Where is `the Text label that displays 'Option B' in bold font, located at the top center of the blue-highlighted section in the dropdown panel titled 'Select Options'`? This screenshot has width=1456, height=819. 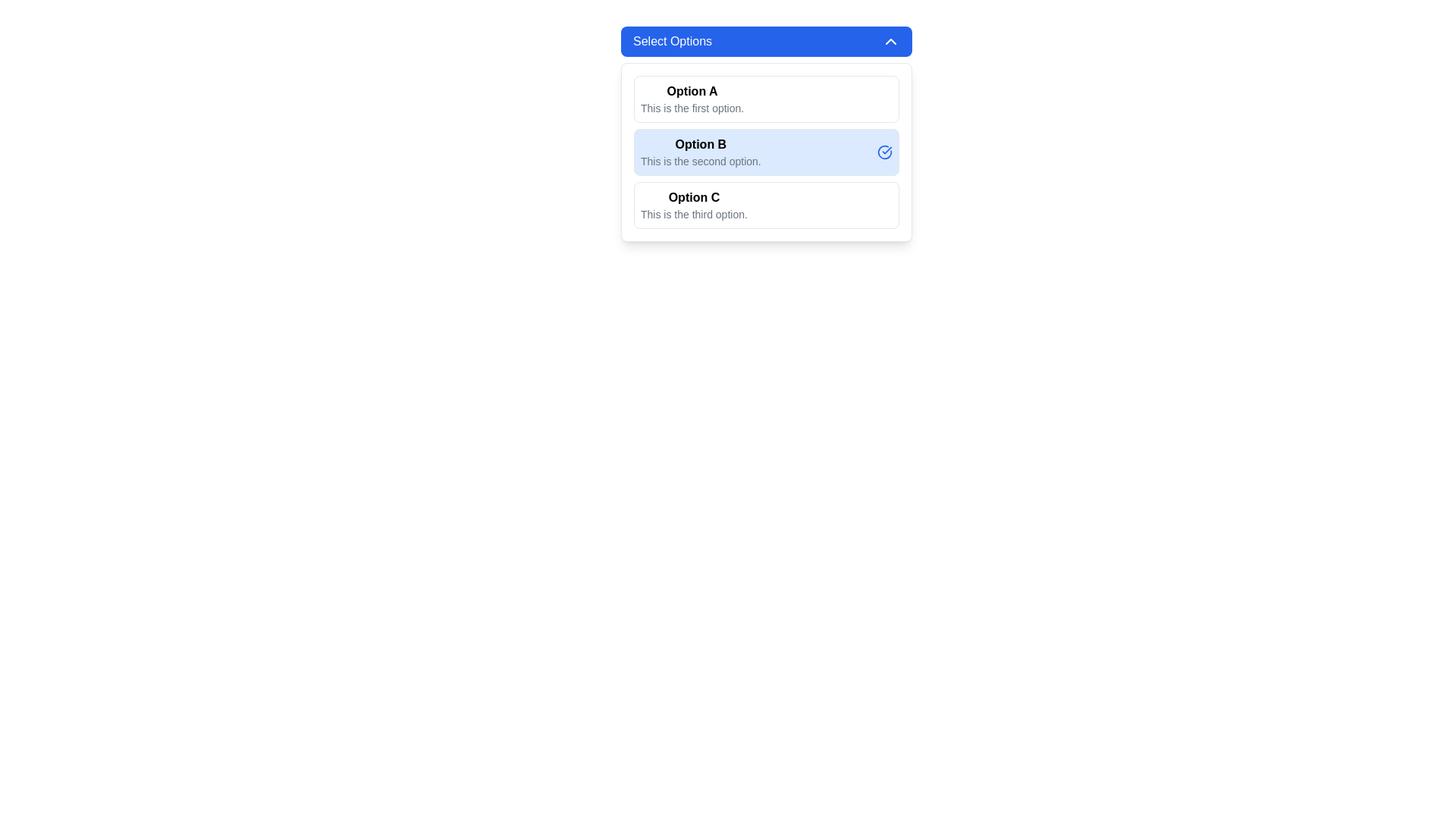 the Text label that displays 'Option B' in bold font, located at the top center of the blue-highlighted section in the dropdown panel titled 'Select Options' is located at coordinates (700, 144).